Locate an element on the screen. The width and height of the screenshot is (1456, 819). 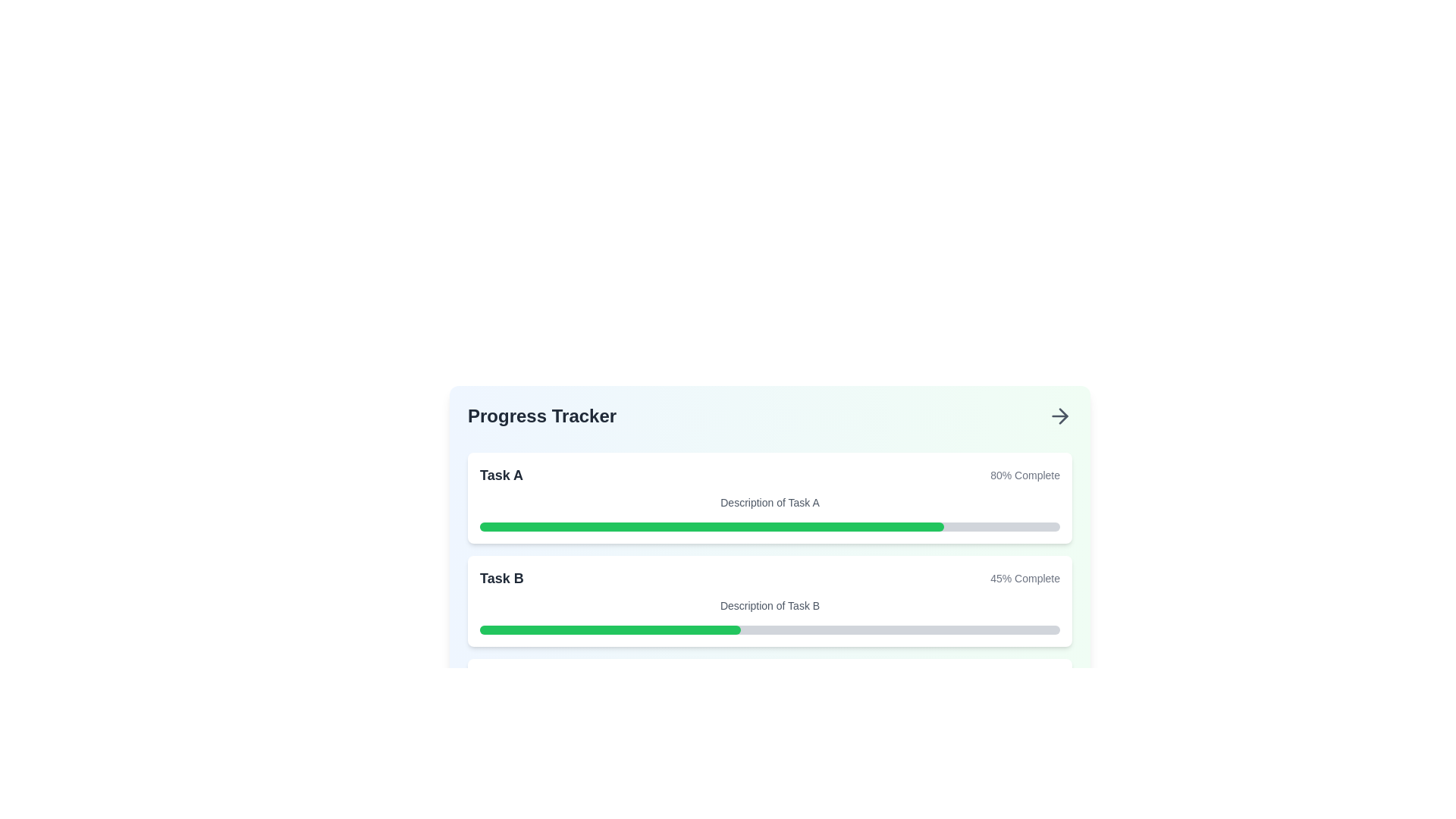
title text for the 'Task A' section, which is positioned at the top-left corner of the 'Progress Tracker' section is located at coordinates (501, 475).